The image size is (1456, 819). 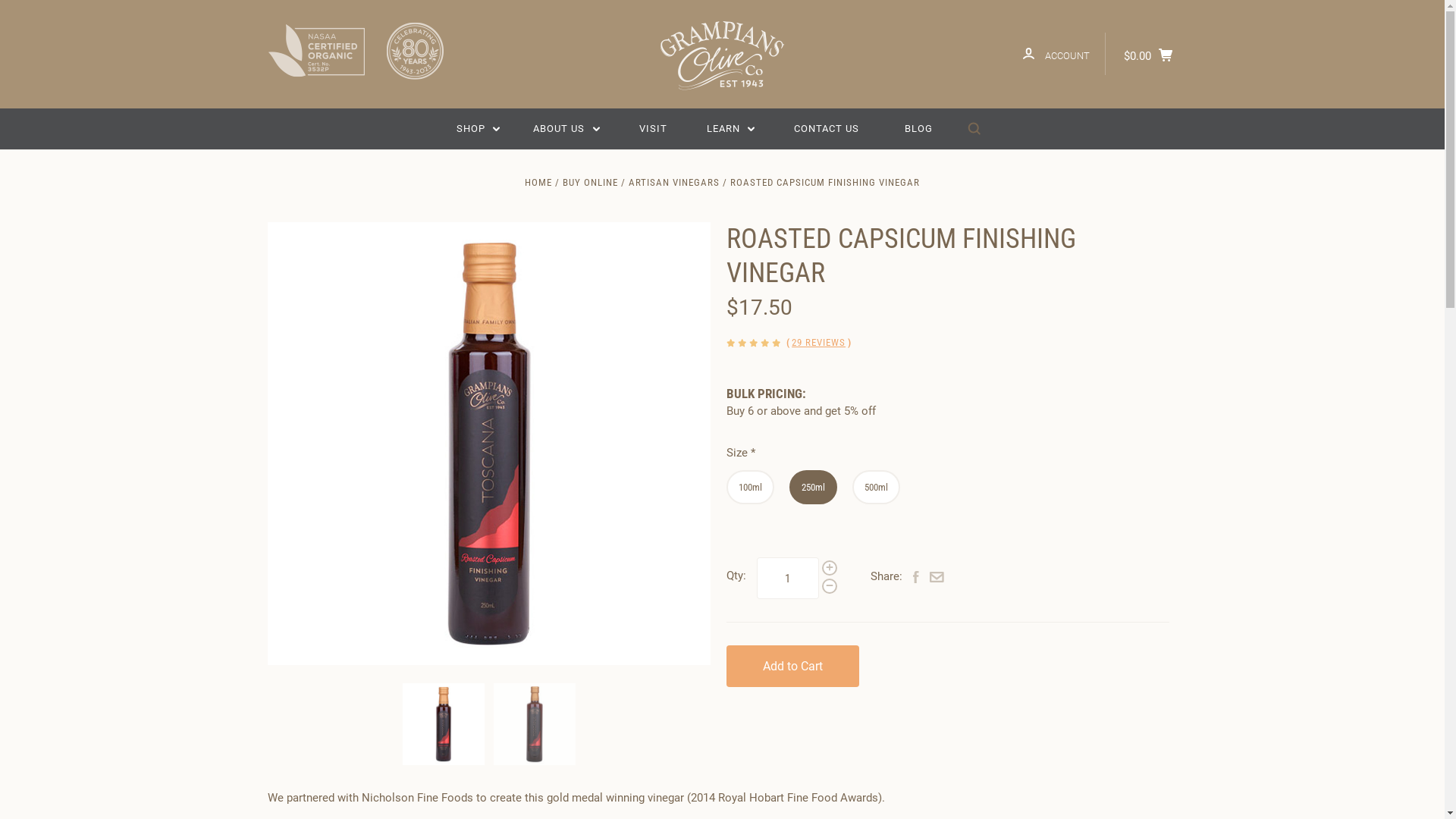 What do you see at coordinates (623, 127) in the screenshot?
I see `'VISIT'` at bounding box center [623, 127].